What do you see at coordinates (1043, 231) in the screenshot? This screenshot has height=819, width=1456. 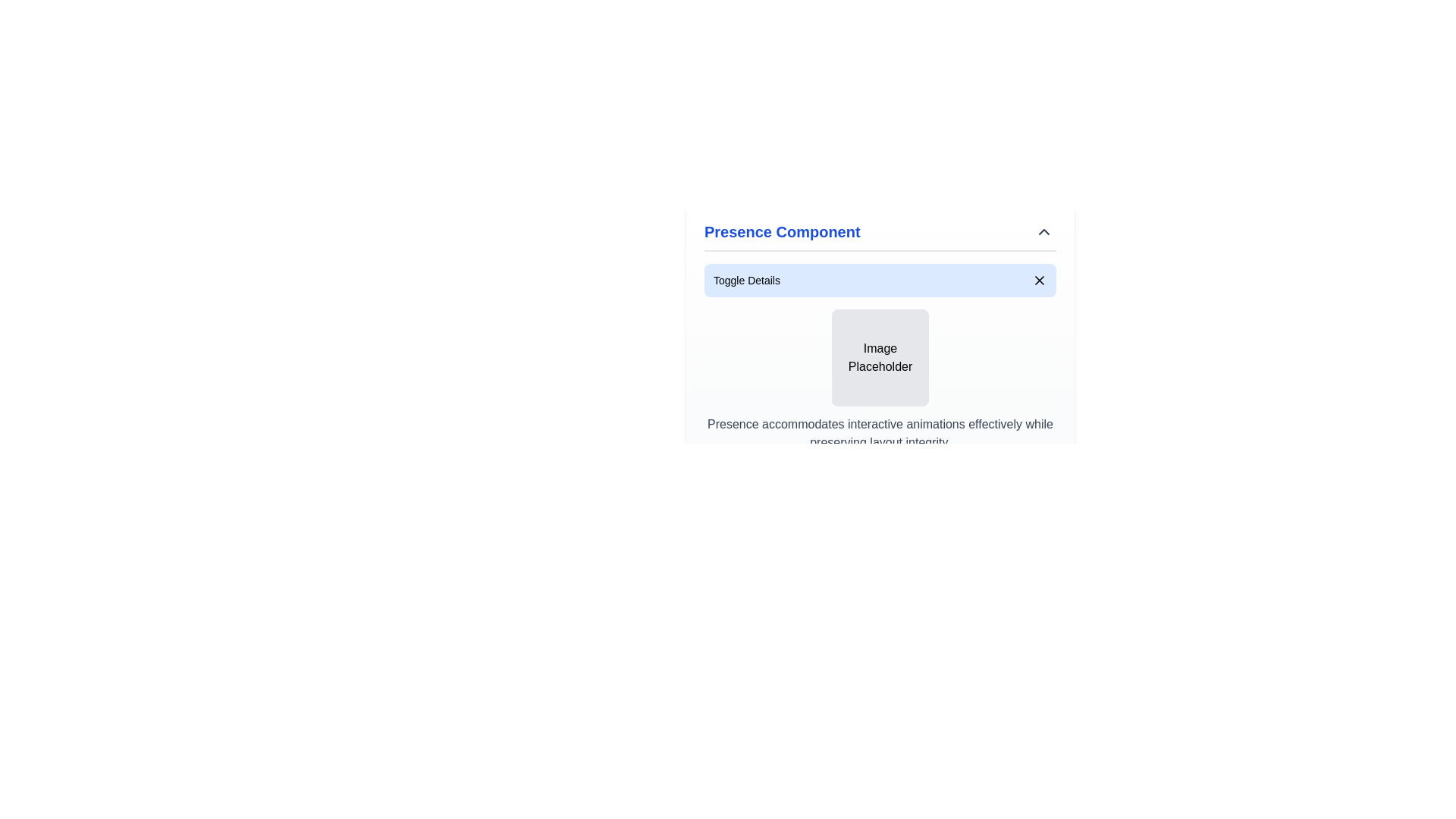 I see `the upward-pointing chevron icon located in the upper-right corner of the 'Presence Component' section to trigger tooltips or visual feedback` at bounding box center [1043, 231].